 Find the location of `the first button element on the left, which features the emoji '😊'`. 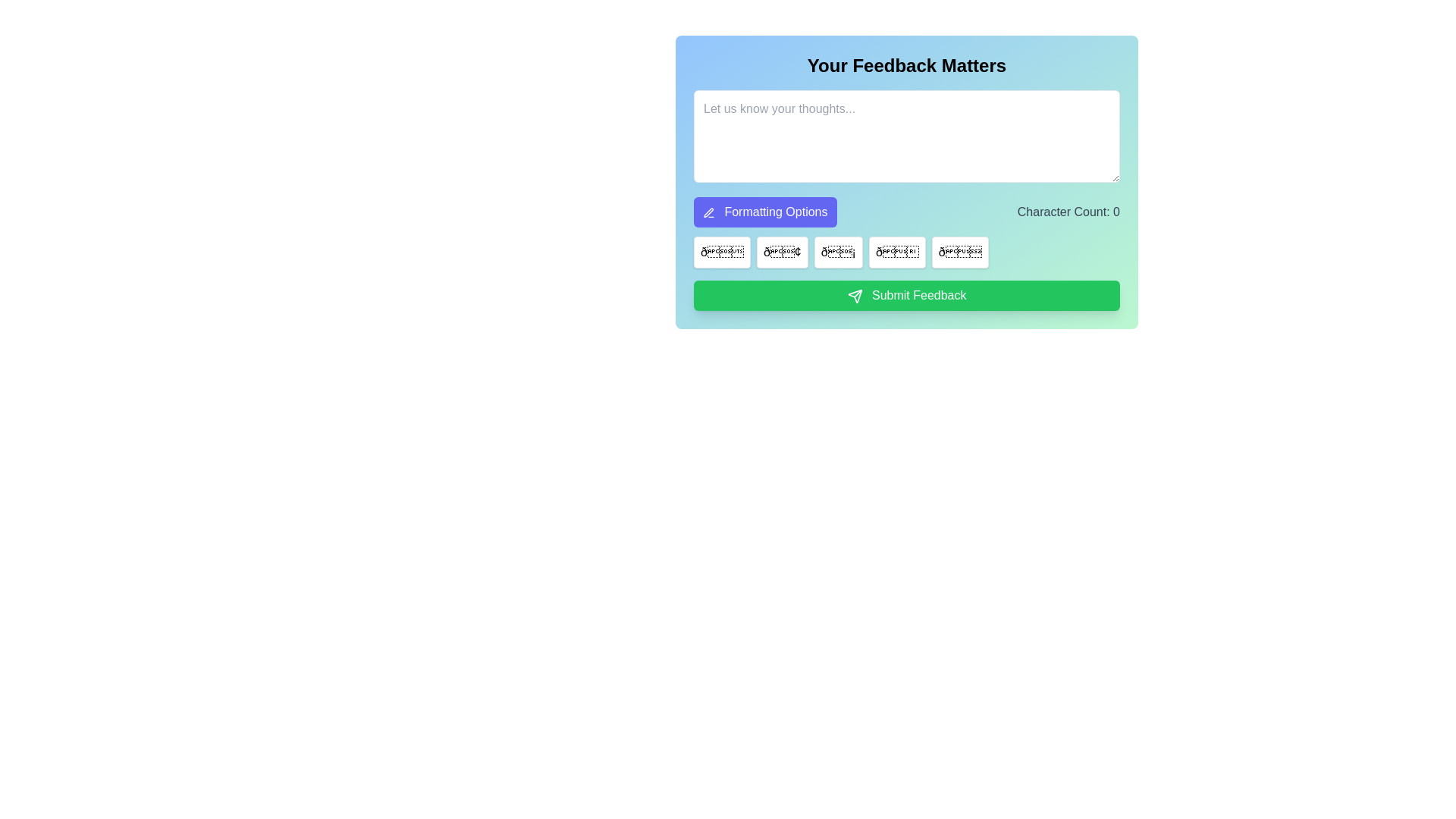

the first button element on the left, which features the emoji '😊' is located at coordinates (721, 251).